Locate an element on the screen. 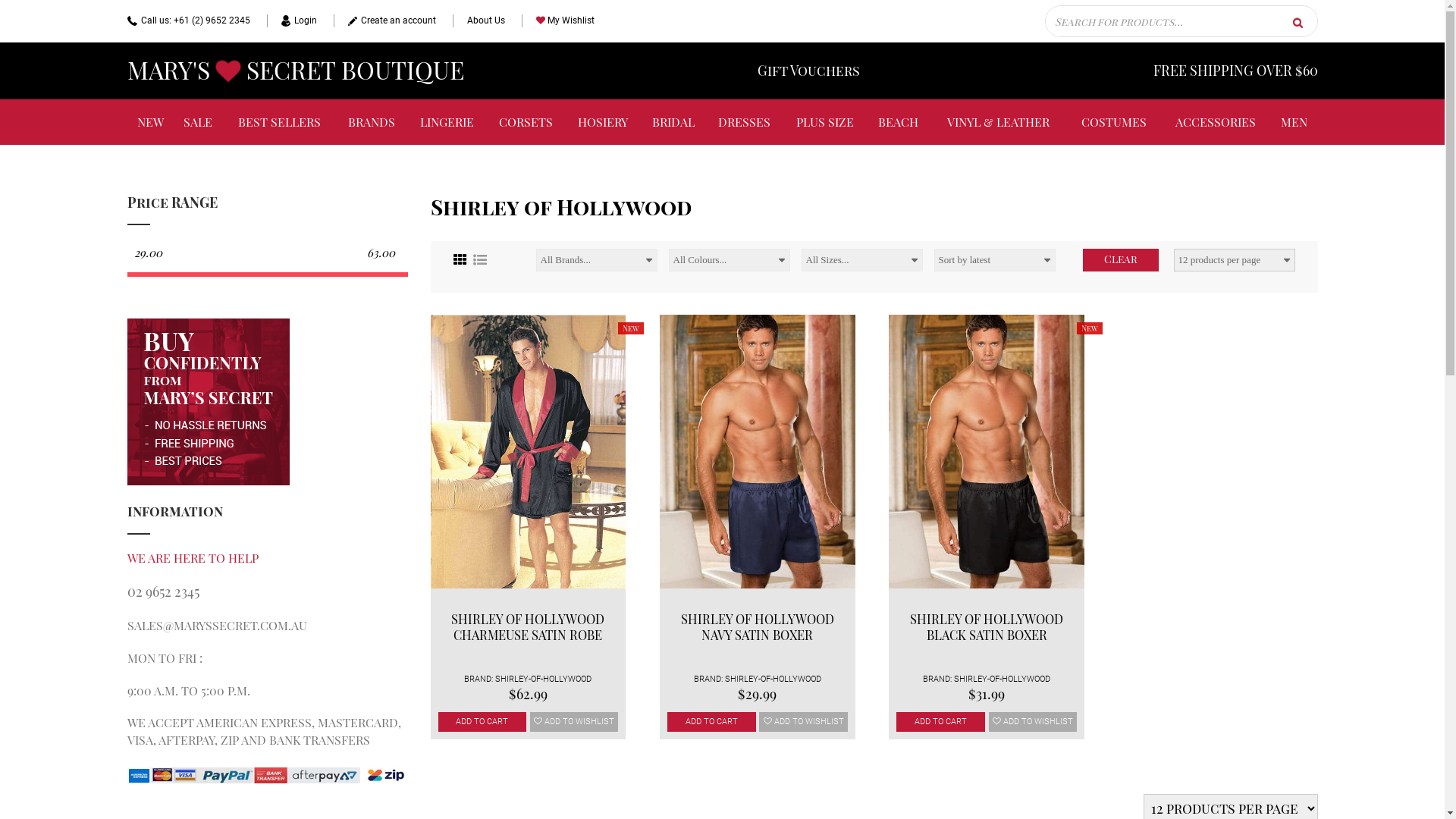 The height and width of the screenshot is (819, 1456). 'My Wishlist' is located at coordinates (557, 20).